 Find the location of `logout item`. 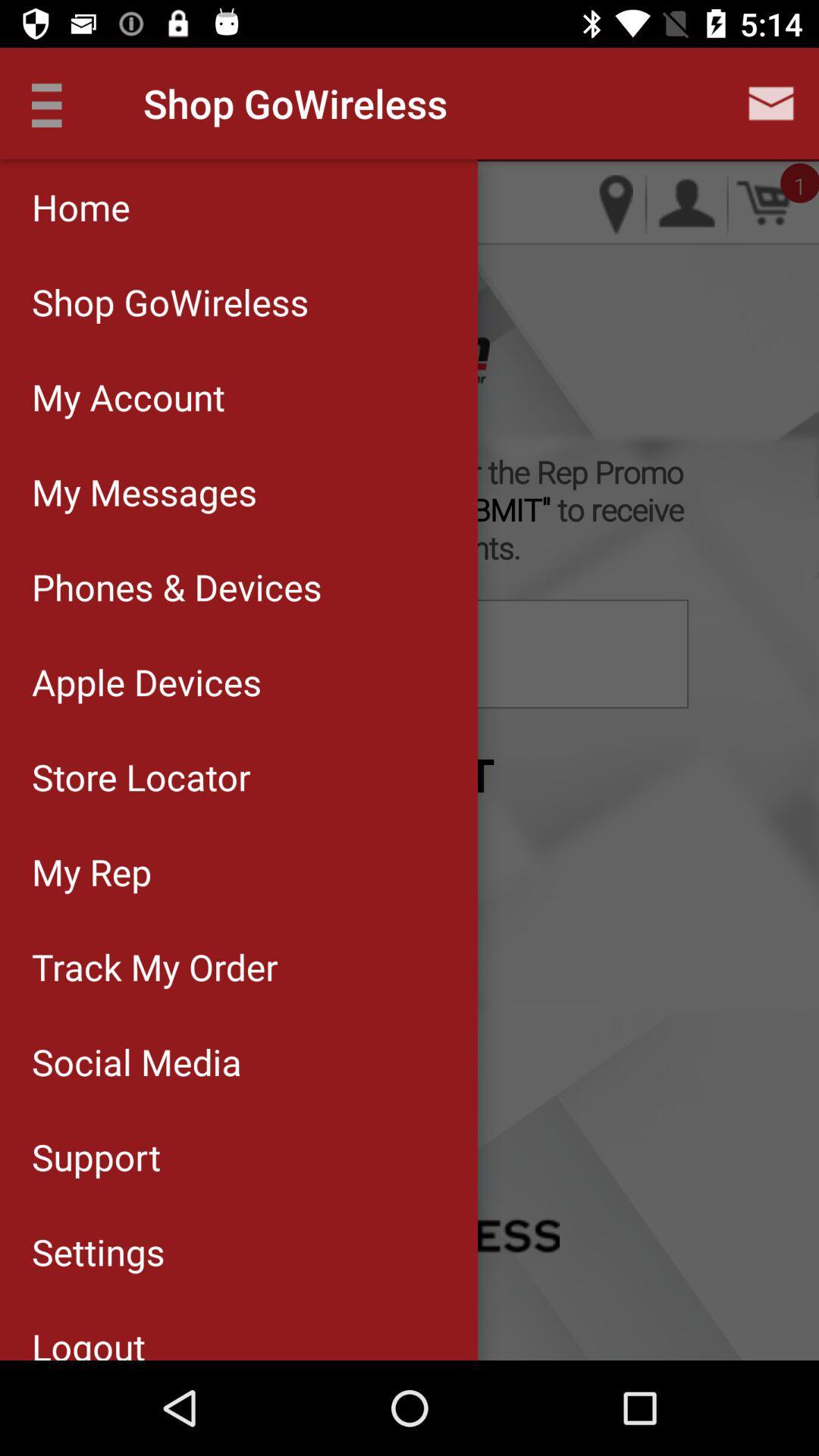

logout item is located at coordinates (239, 1329).